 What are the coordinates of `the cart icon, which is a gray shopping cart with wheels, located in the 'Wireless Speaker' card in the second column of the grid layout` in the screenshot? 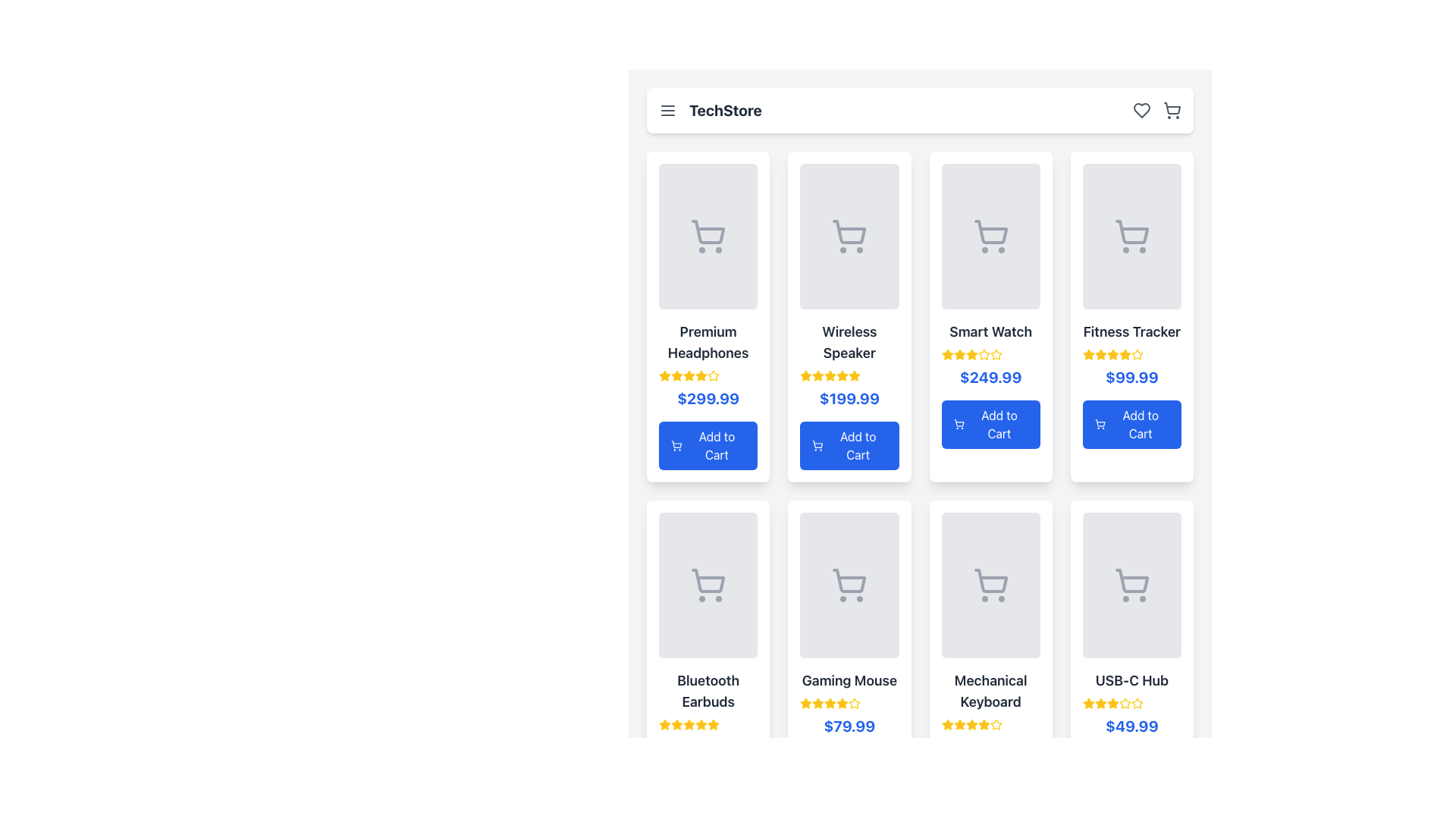 It's located at (849, 232).